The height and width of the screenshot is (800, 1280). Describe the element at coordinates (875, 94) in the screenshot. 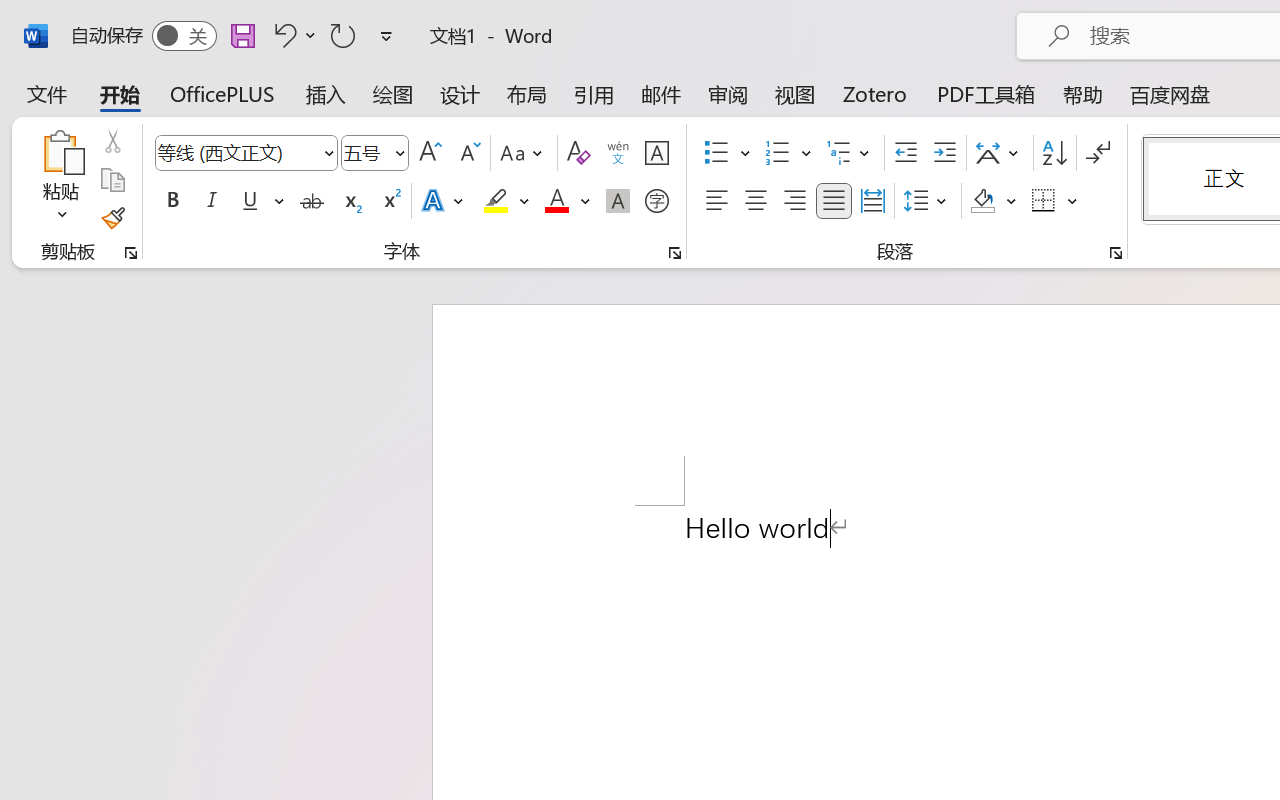

I see `'Zotero'` at that location.